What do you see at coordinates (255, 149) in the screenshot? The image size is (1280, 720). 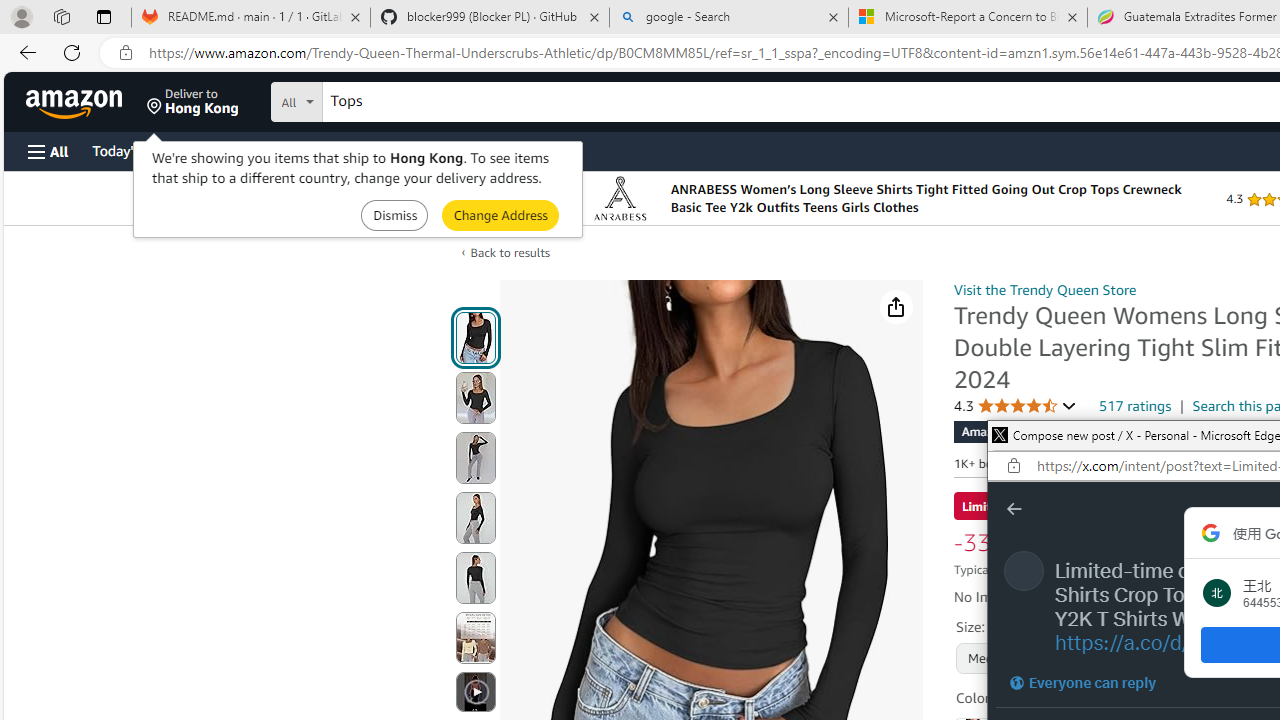 I see `'Customer Service'` at bounding box center [255, 149].